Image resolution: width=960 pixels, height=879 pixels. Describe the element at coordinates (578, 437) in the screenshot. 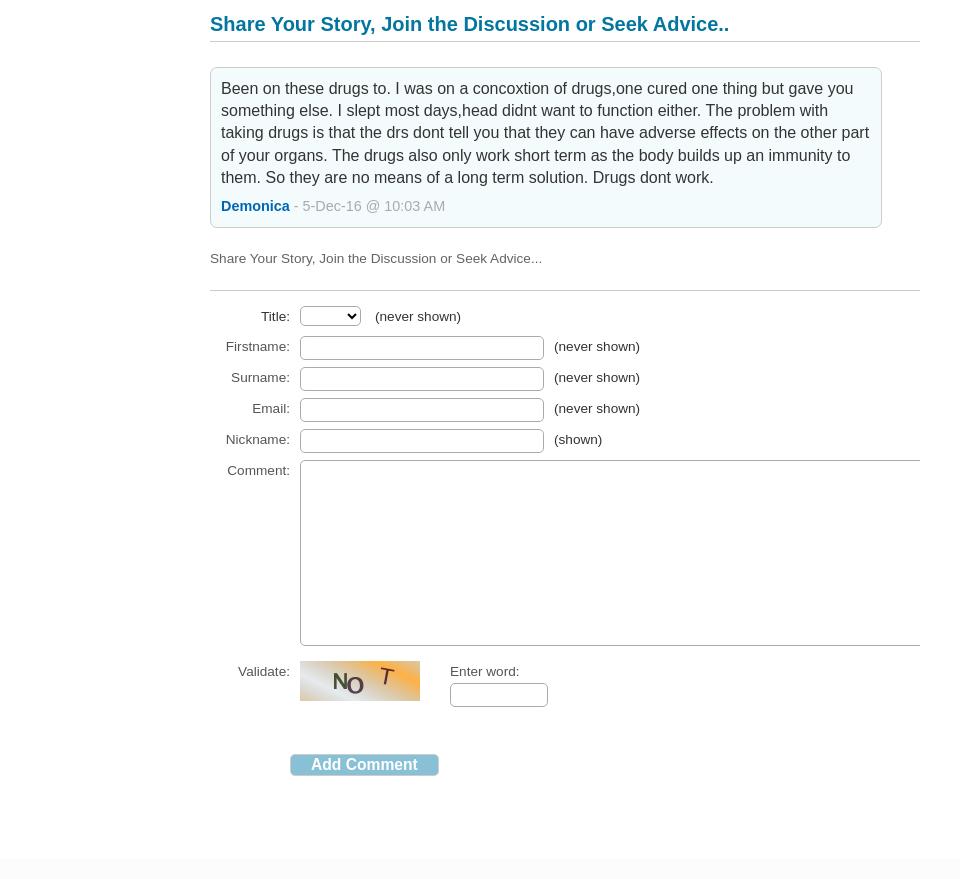

I see `'(shown)'` at that location.